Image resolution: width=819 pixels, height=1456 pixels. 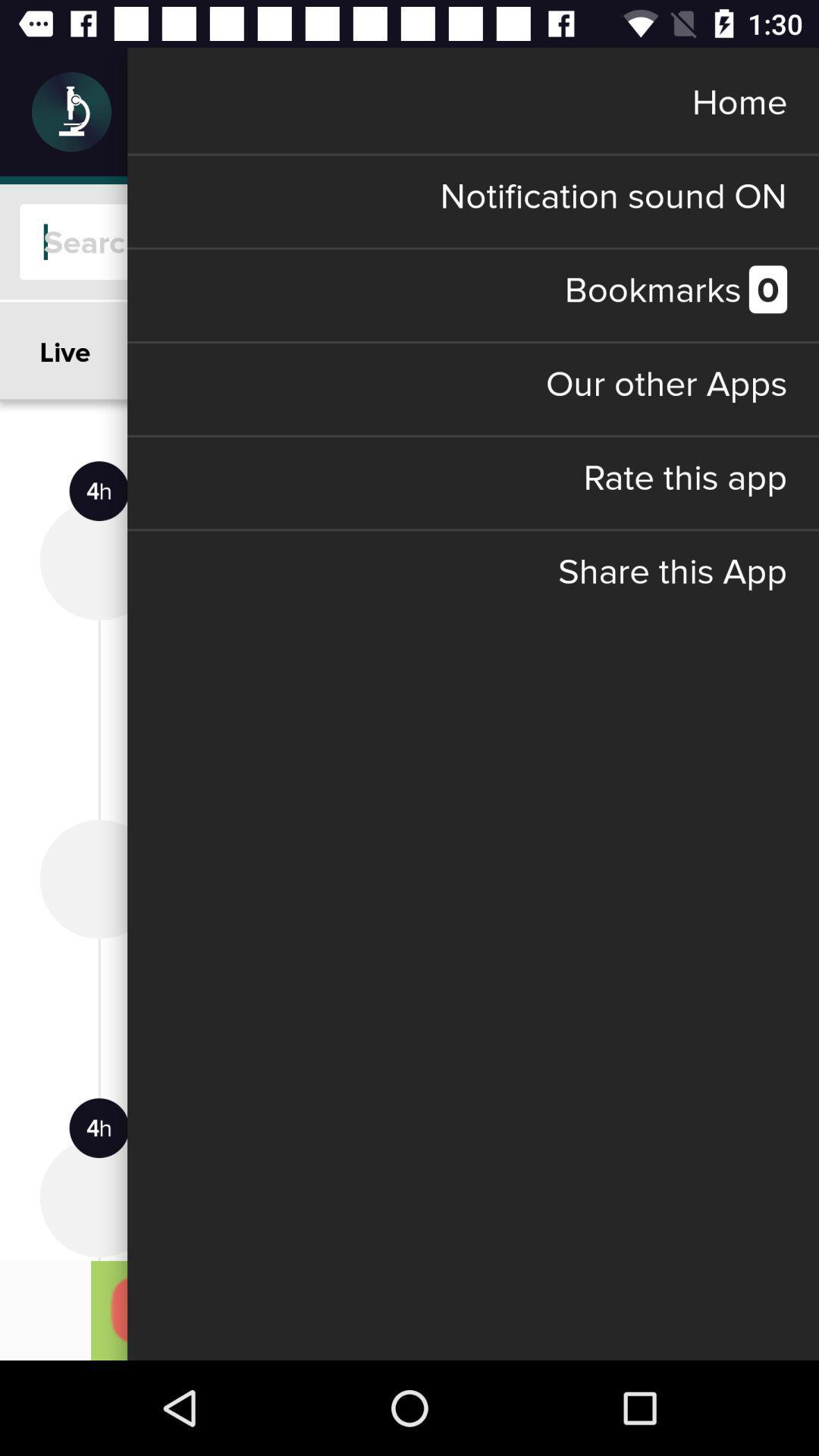 I want to click on the pause icon, so click(x=755, y=111).